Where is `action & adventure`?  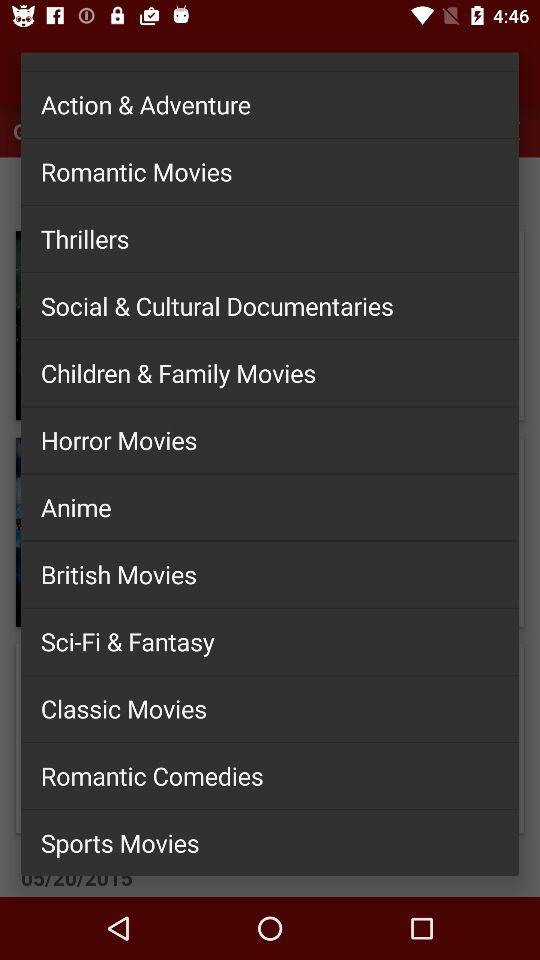 action & adventure is located at coordinates (270, 104).